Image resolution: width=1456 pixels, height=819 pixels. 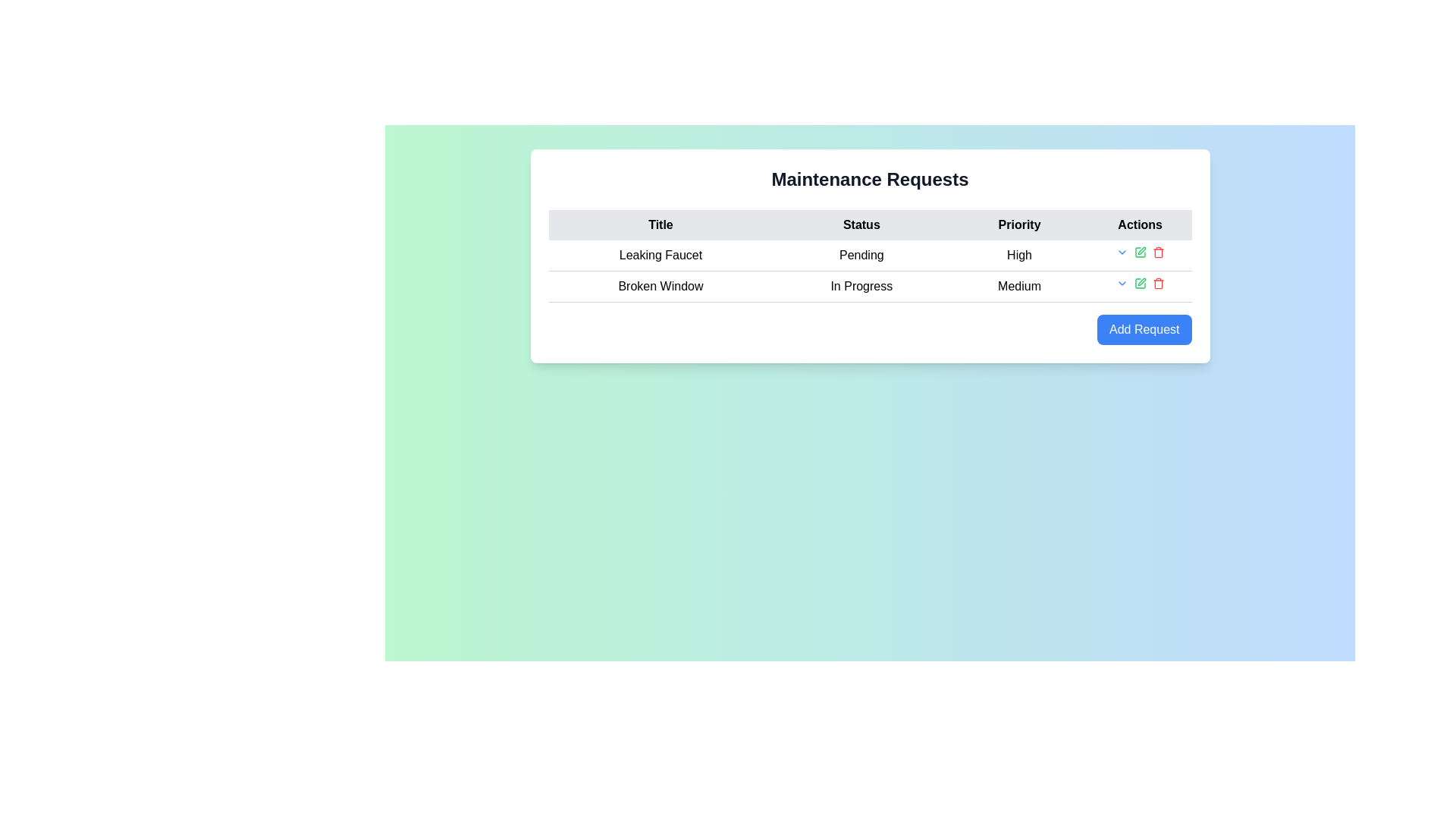 What do you see at coordinates (1144, 329) in the screenshot?
I see `the distinct button located at the bottom right corner of the 'Maintenance Requests' panel to initiate adding a new request` at bounding box center [1144, 329].